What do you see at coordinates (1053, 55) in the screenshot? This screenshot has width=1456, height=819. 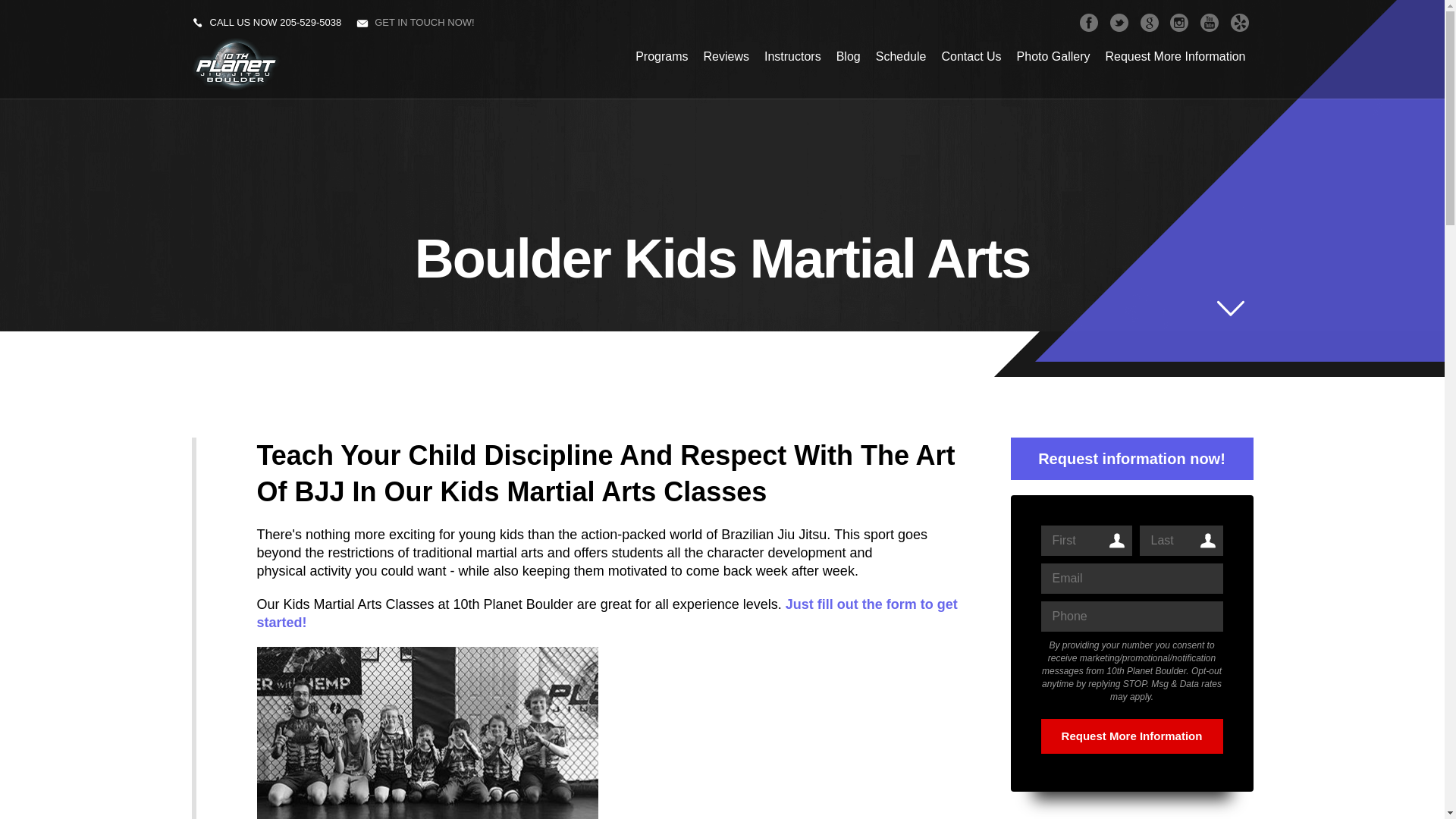 I see `'Photo Gallery'` at bounding box center [1053, 55].